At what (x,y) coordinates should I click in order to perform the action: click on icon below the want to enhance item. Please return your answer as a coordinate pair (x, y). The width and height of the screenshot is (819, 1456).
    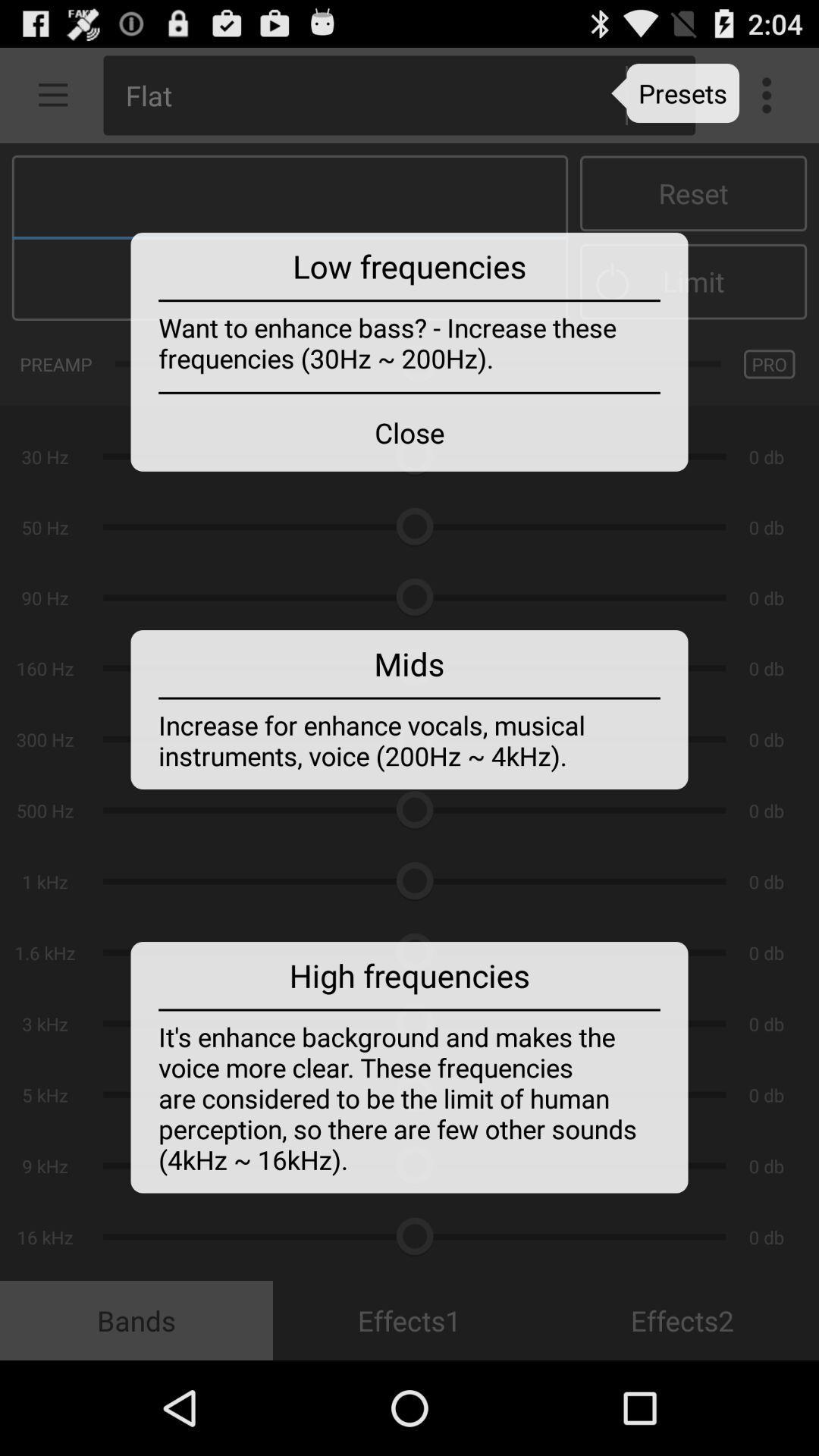
    Looking at the image, I should click on (409, 431).